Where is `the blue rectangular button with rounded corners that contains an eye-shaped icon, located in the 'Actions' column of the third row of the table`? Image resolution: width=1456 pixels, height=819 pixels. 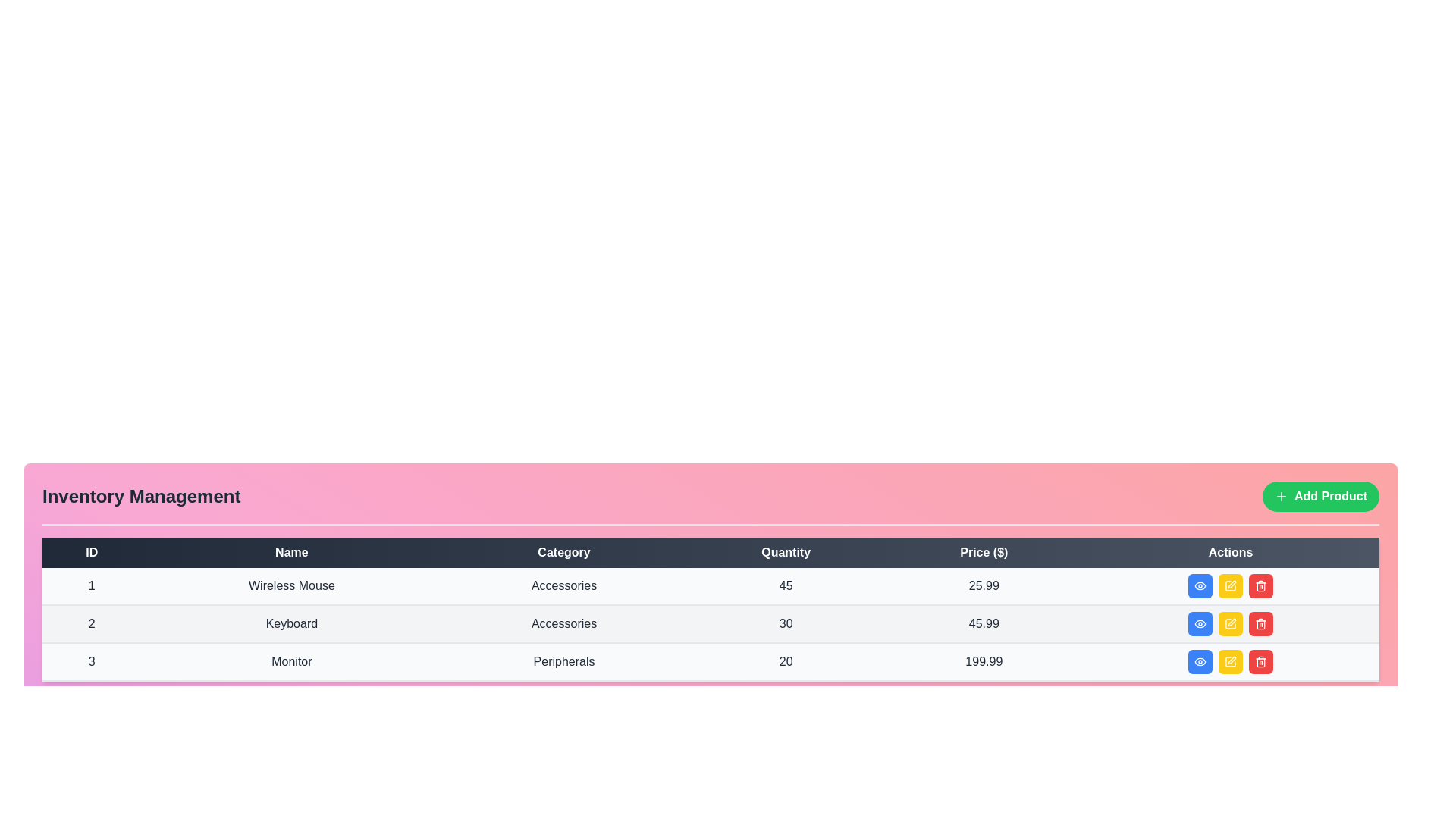
the blue rectangular button with rounded corners that contains an eye-shaped icon, located in the 'Actions' column of the third row of the table is located at coordinates (1200, 661).